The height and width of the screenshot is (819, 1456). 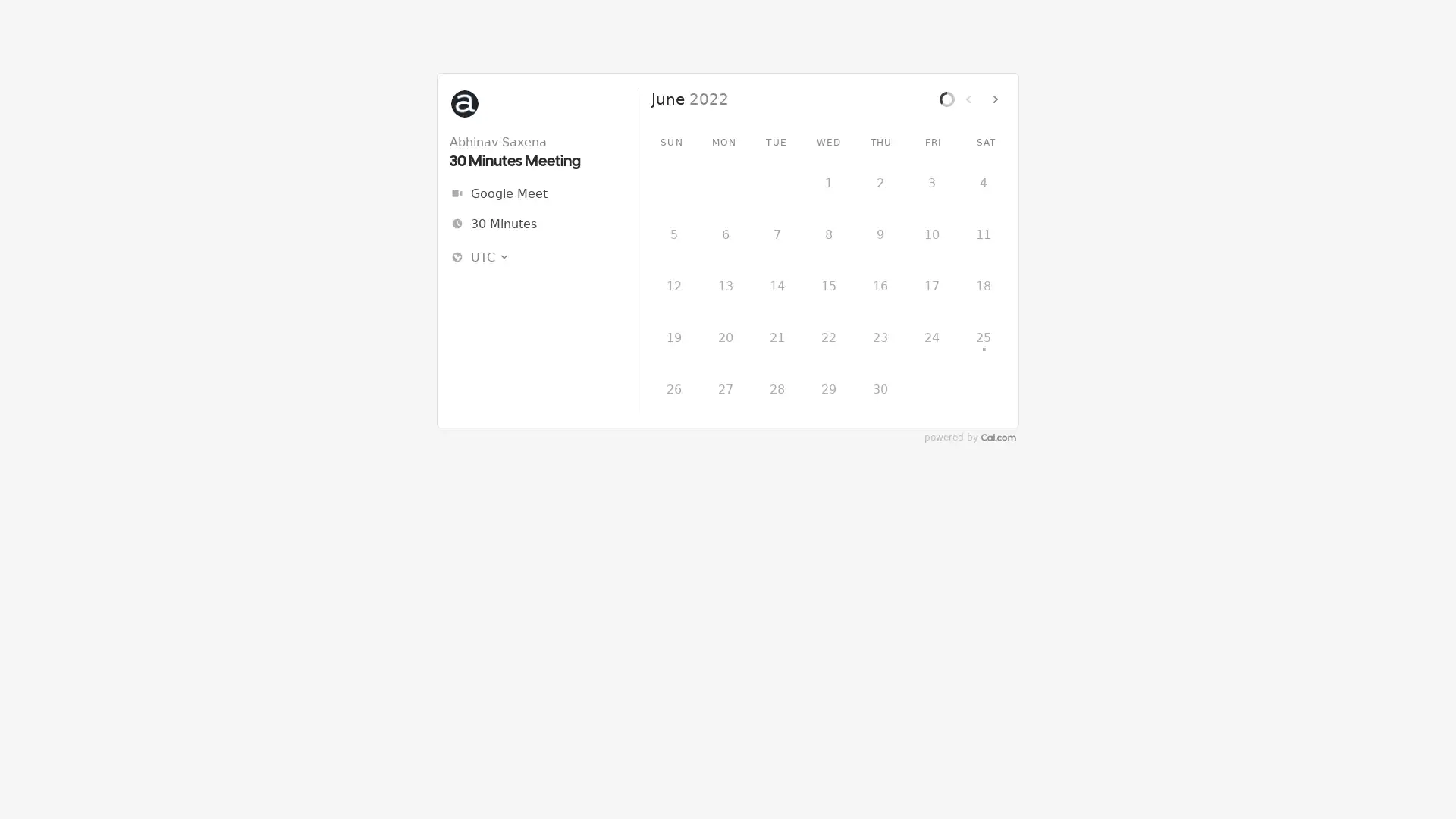 I want to click on 20, so click(x=724, y=336).